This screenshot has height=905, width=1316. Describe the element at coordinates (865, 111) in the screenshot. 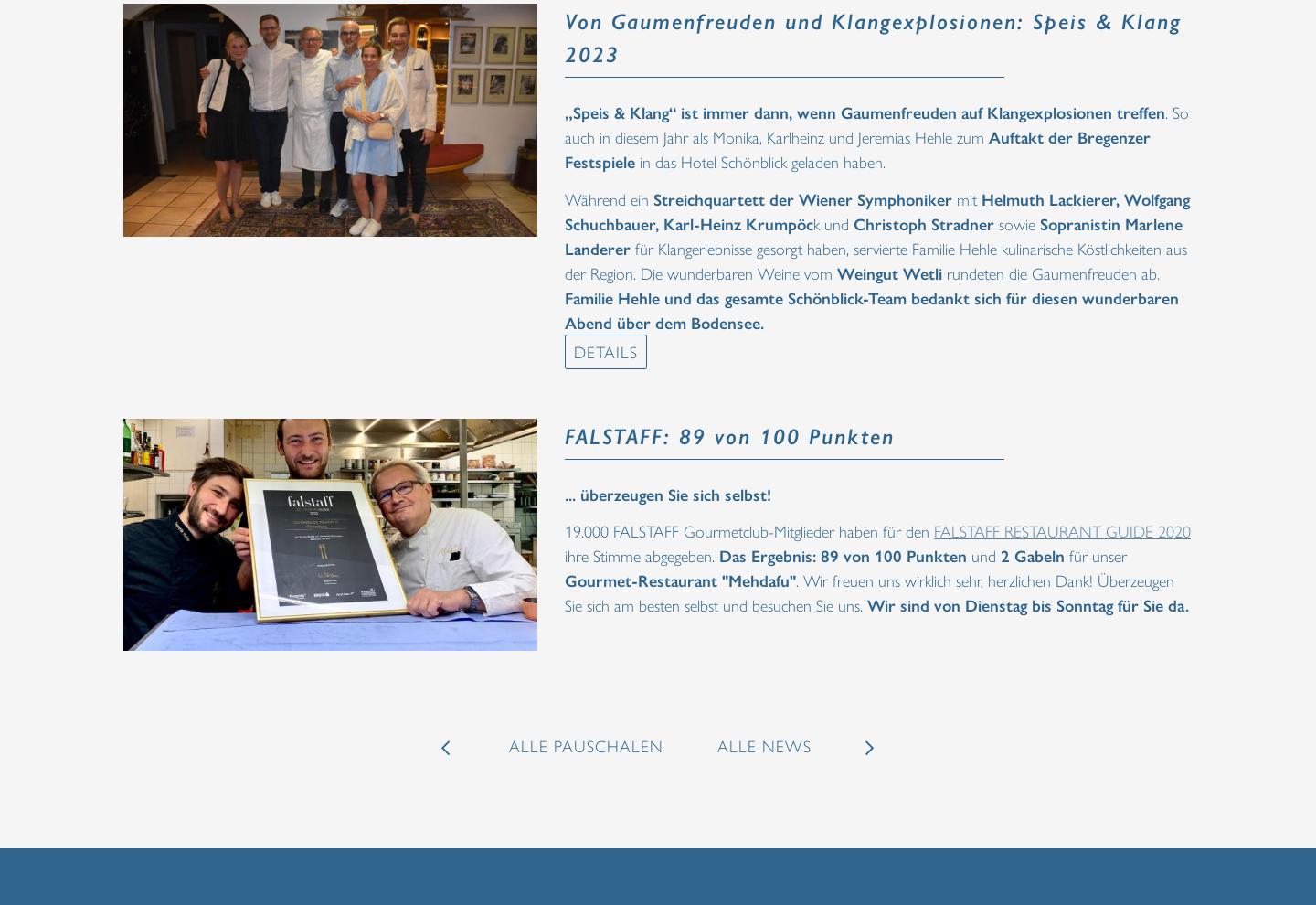

I see `'„Speis & Klang“ ist immer dann, wenn Gaumenfreuden auf Klangexplosionen treffen'` at that location.